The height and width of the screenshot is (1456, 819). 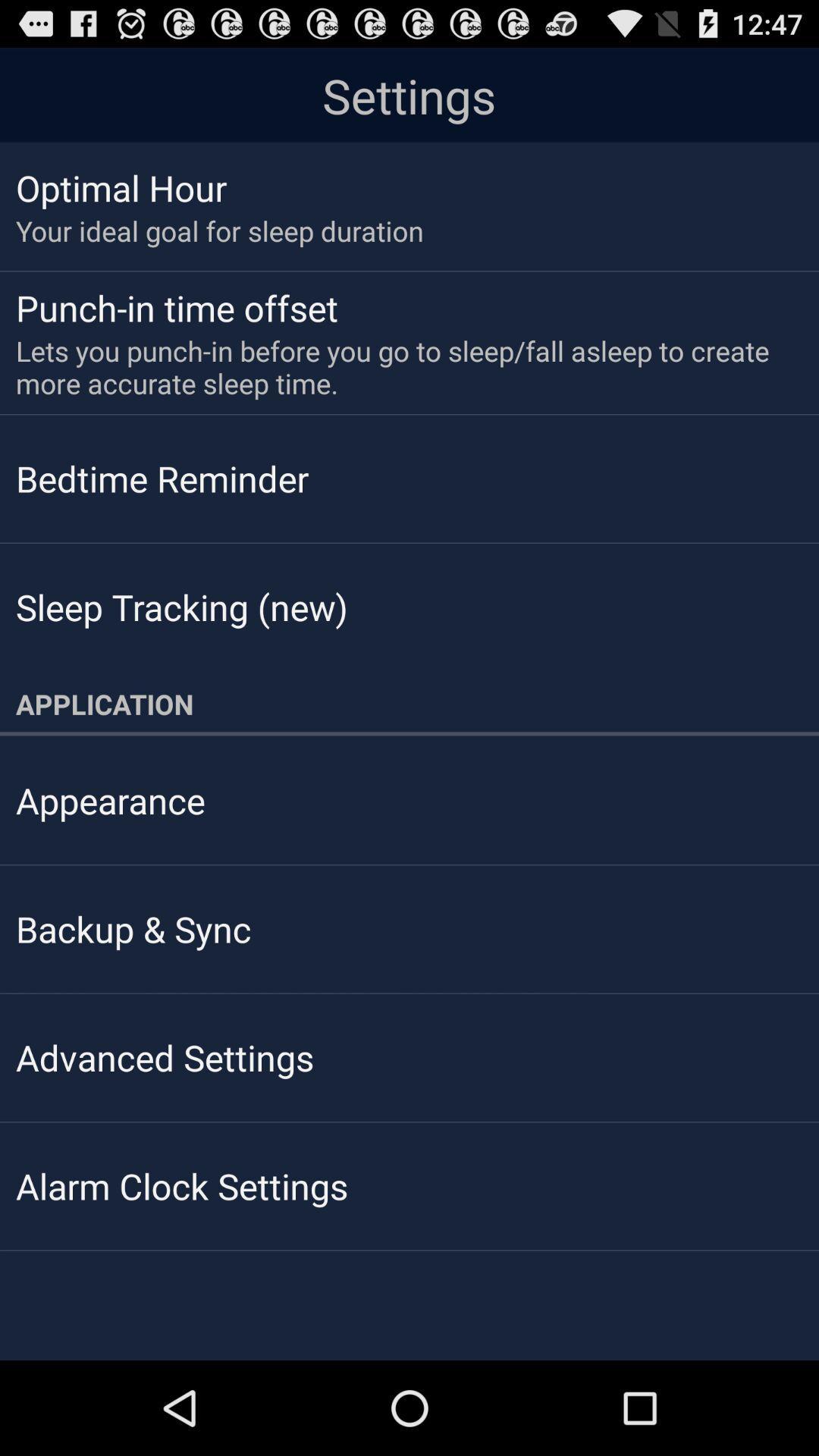 I want to click on the appearance icon, so click(x=109, y=799).